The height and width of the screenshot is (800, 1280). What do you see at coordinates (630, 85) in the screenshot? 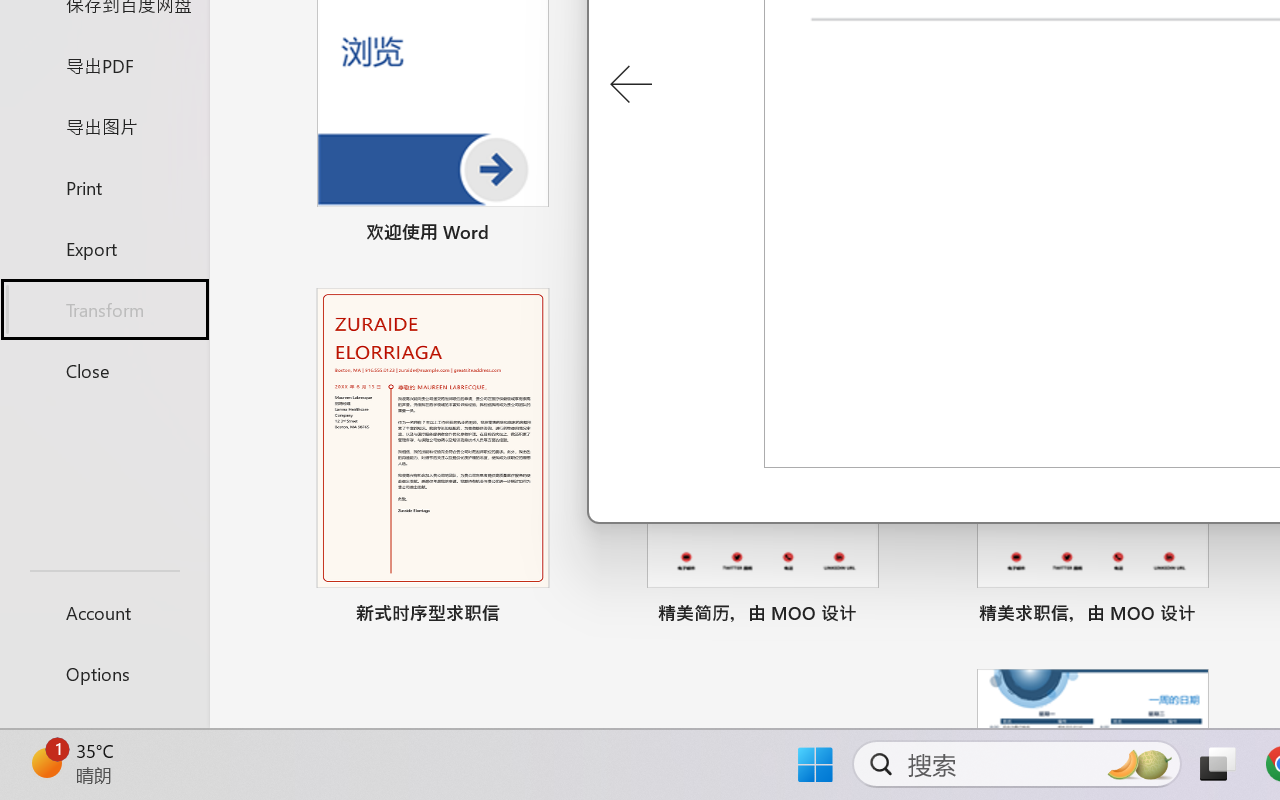
I see `'Previous Template'` at bounding box center [630, 85].